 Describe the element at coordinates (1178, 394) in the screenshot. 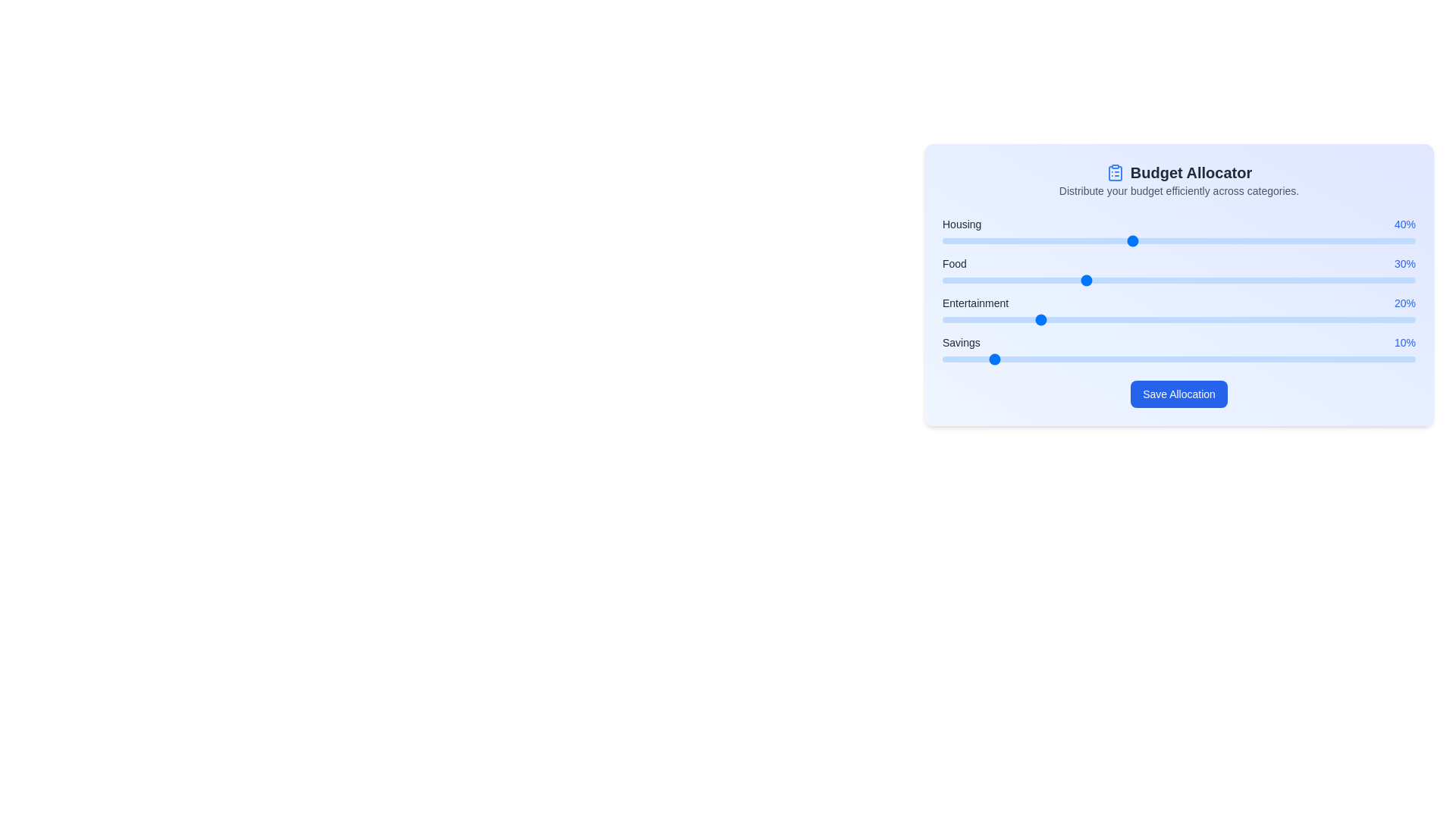

I see `the 'Save Allocation' button to save the changes` at that location.